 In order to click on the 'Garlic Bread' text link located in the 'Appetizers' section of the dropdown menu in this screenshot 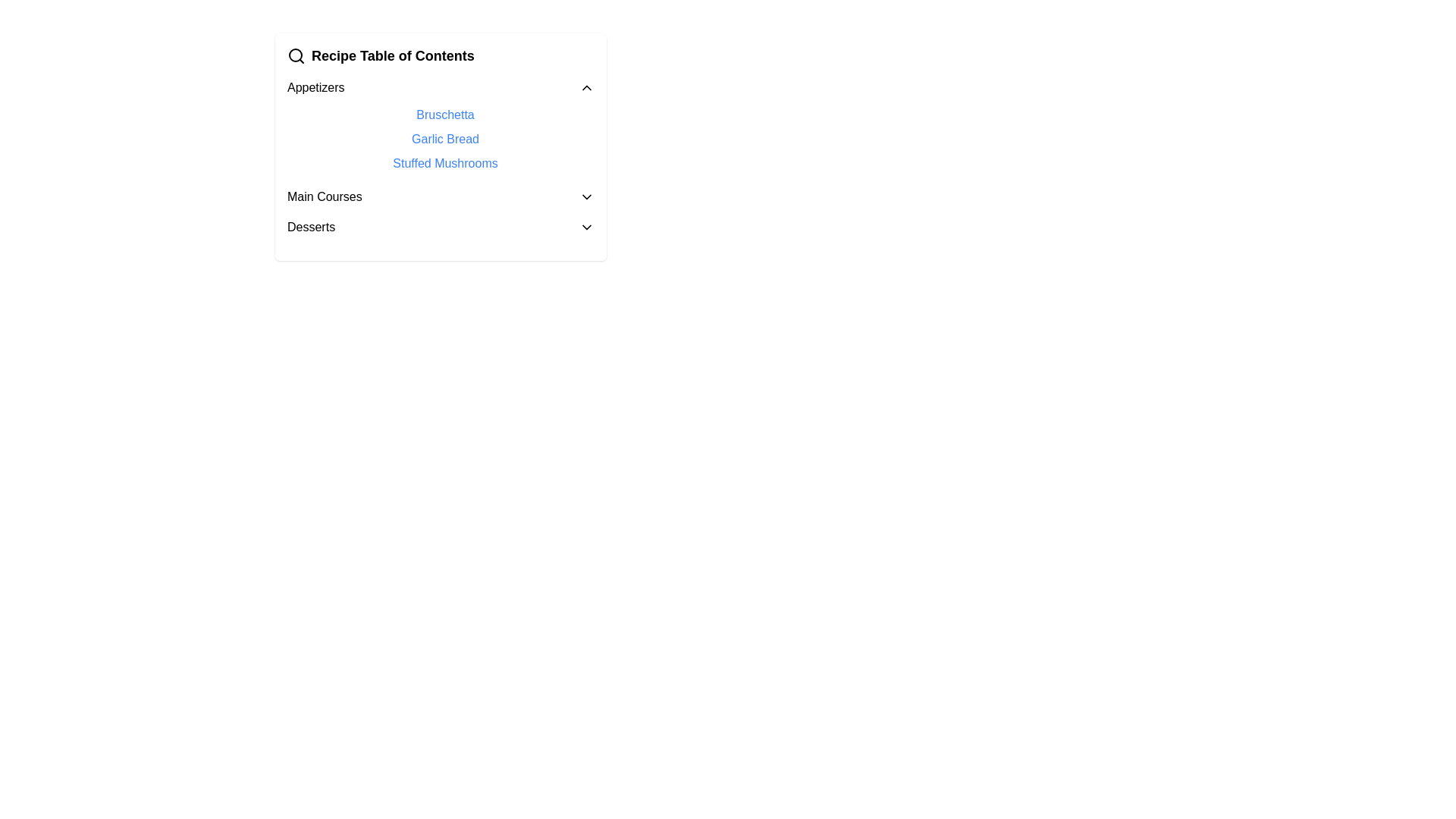, I will do `click(446, 140)`.